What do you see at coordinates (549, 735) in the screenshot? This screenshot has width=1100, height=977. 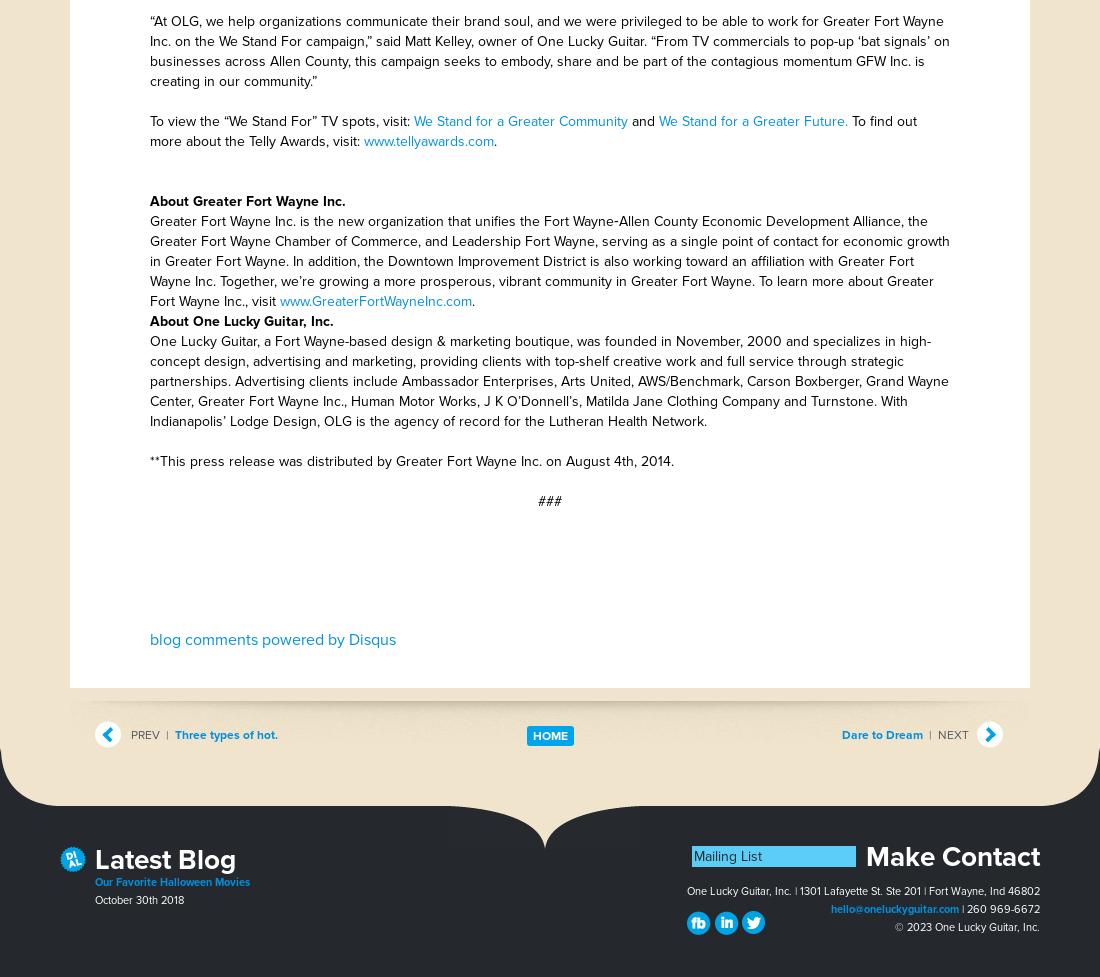 I see `'HOME'` at bounding box center [549, 735].